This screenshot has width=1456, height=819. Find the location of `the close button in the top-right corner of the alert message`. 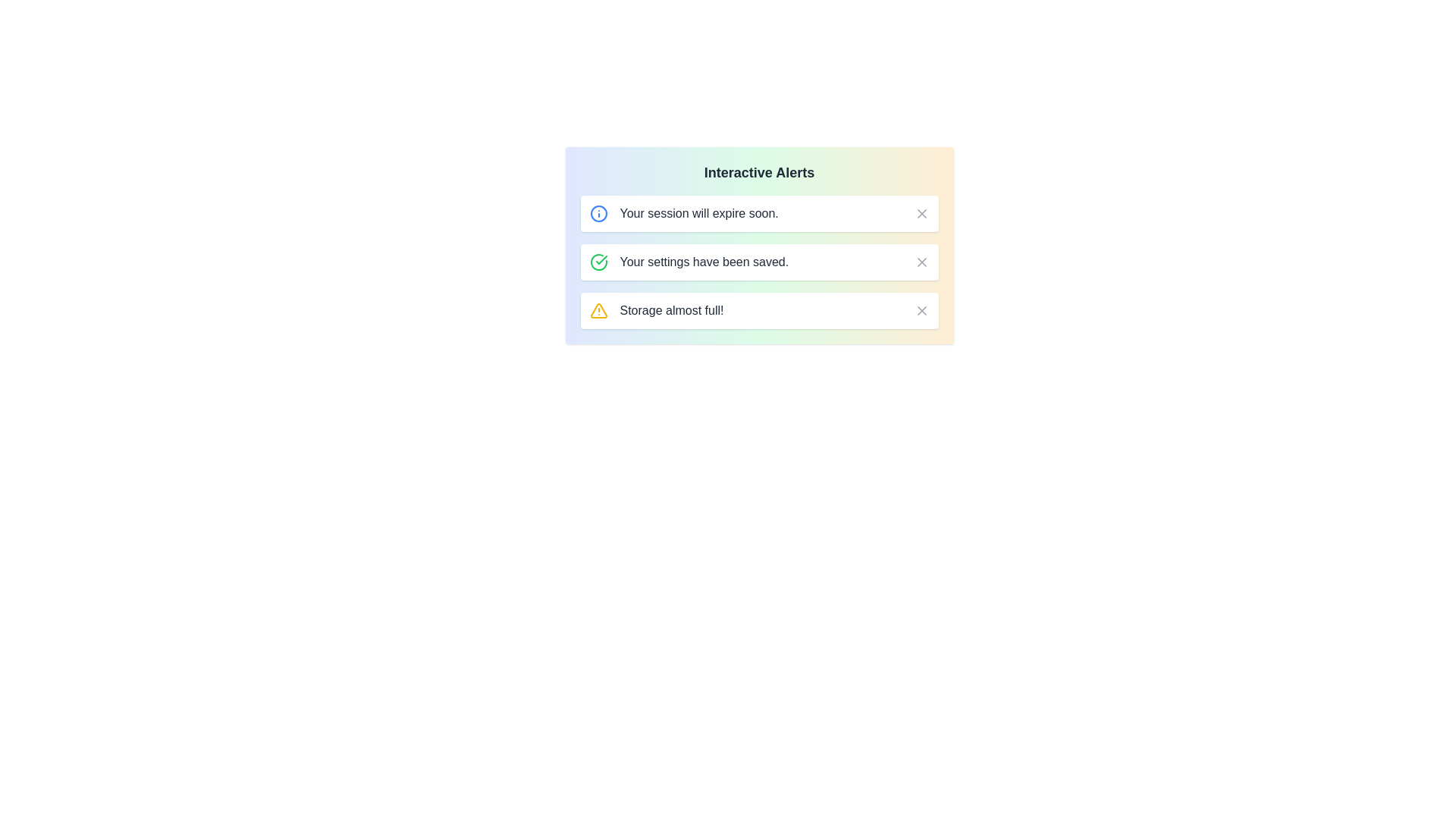

the close button in the top-right corner of the alert message is located at coordinates (921, 213).